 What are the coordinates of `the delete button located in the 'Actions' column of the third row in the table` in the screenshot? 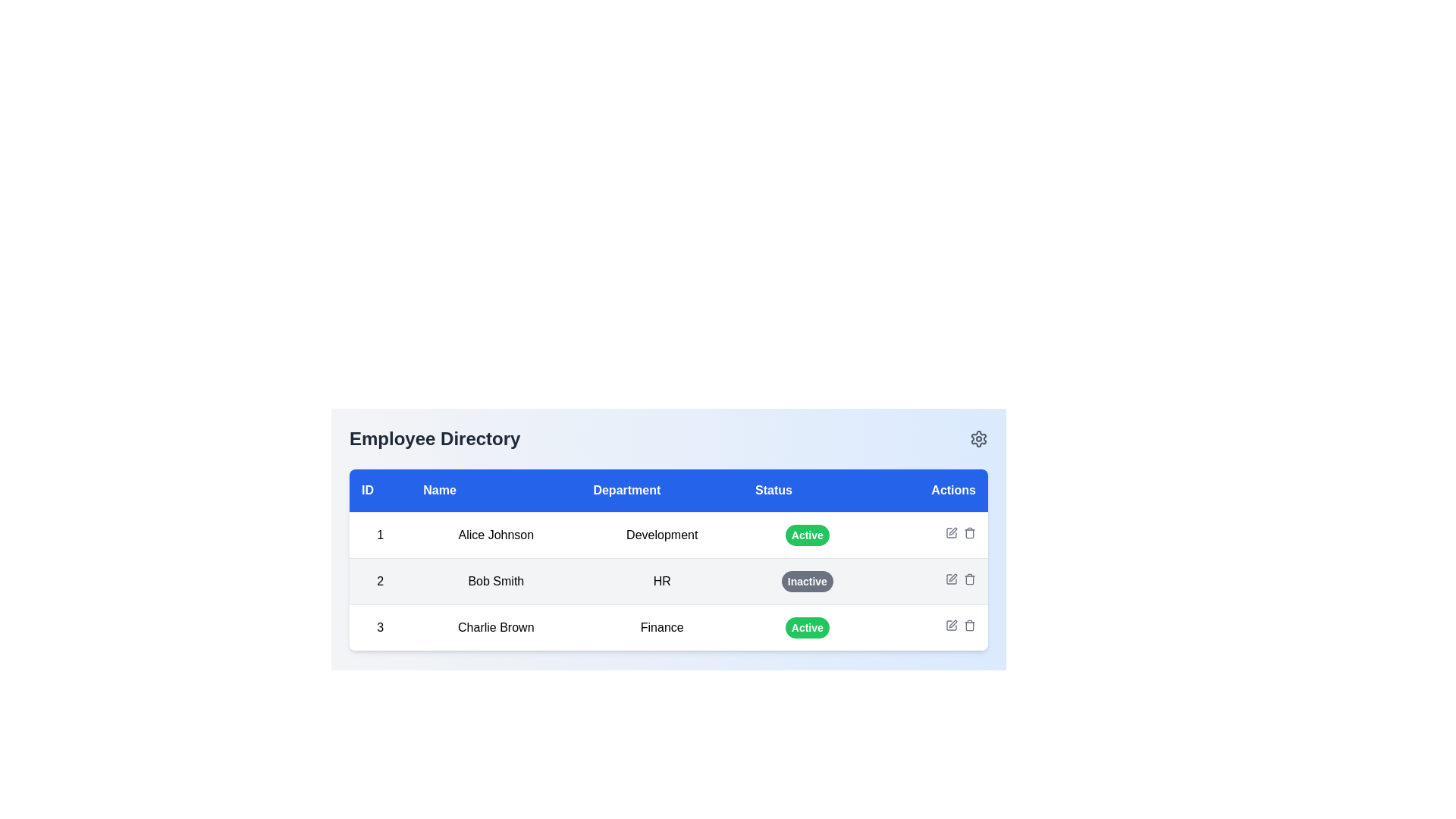 It's located at (968, 626).